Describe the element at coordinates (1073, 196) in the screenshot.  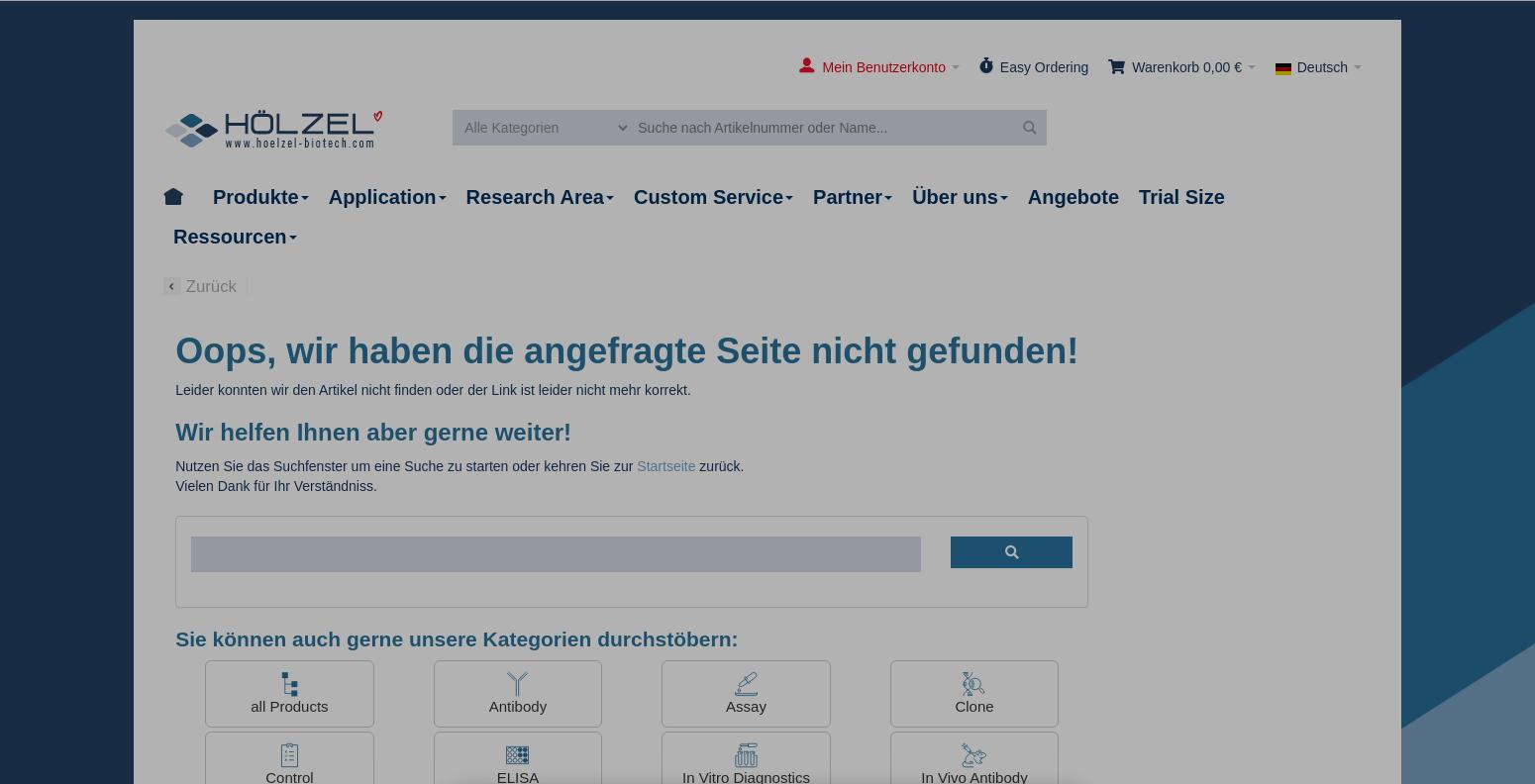
I see `'Angebote'` at that location.